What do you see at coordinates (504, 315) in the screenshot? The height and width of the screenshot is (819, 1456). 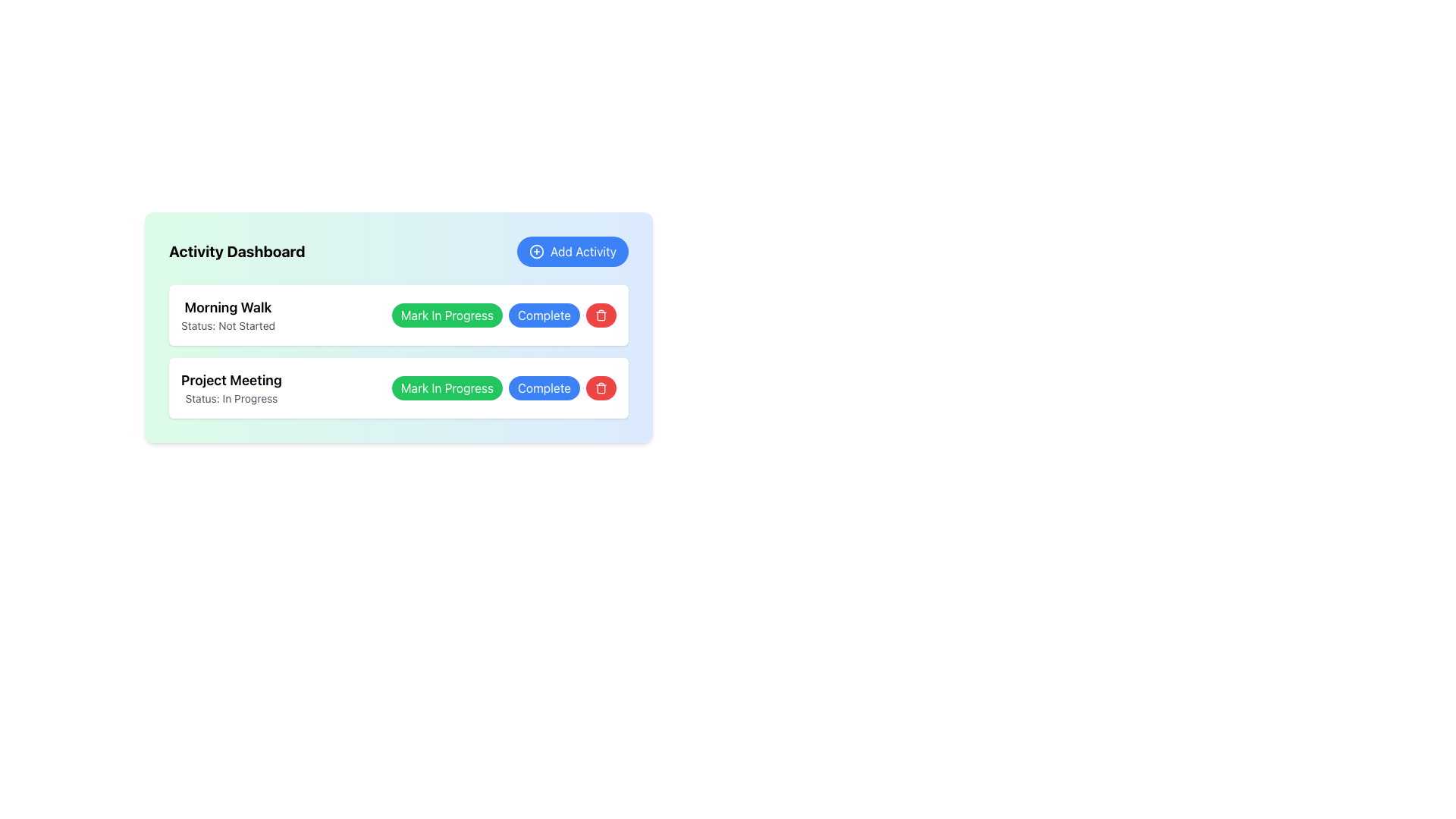 I see `the 'Mark In Progress' button in the task management button group located to the right of the 'Morning Walk' task's status` at bounding box center [504, 315].